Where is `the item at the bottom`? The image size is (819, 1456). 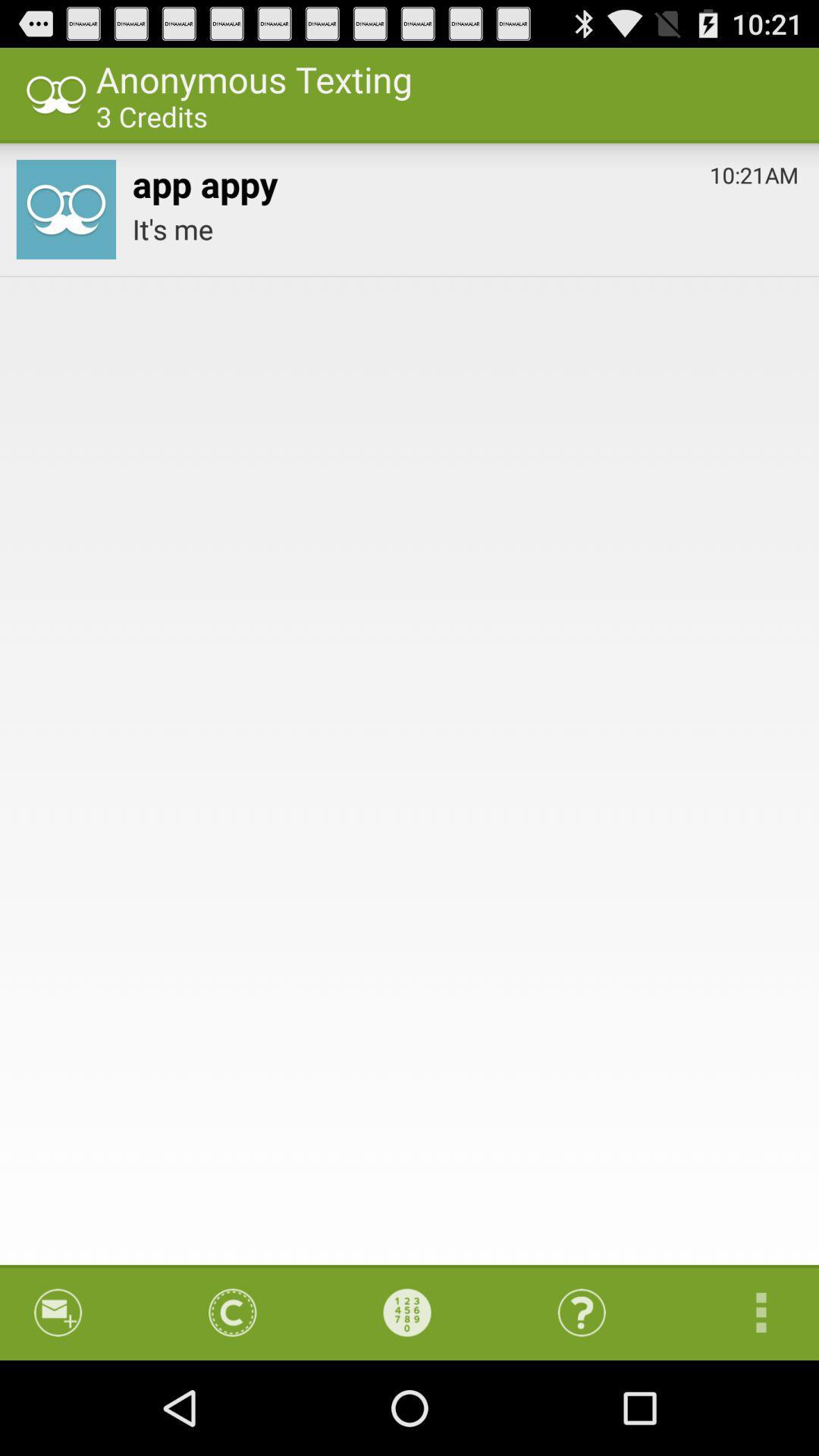 the item at the bottom is located at coordinates (406, 1312).